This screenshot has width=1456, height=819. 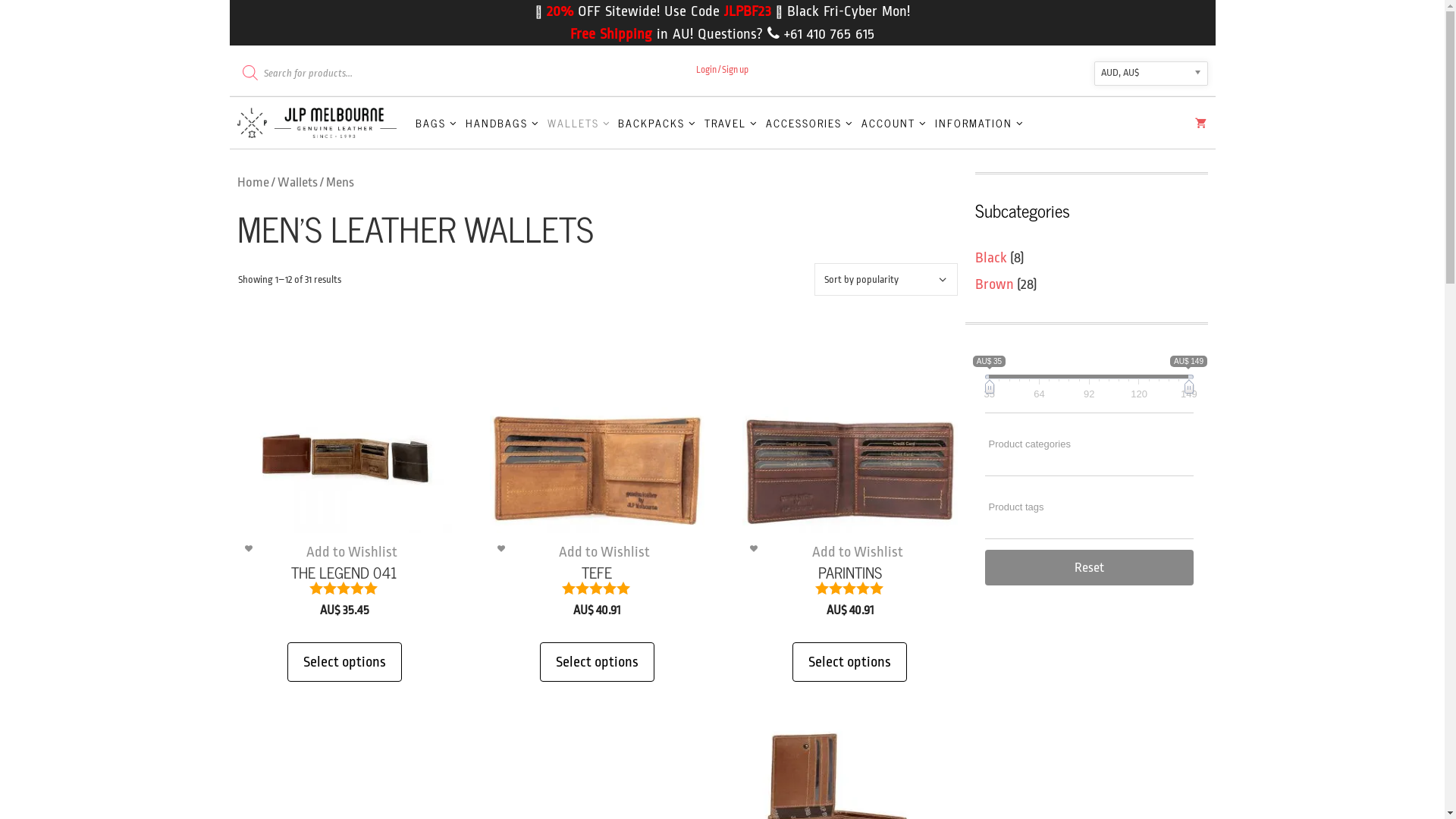 I want to click on 'JLP Melbourne', so click(x=236, y=122).